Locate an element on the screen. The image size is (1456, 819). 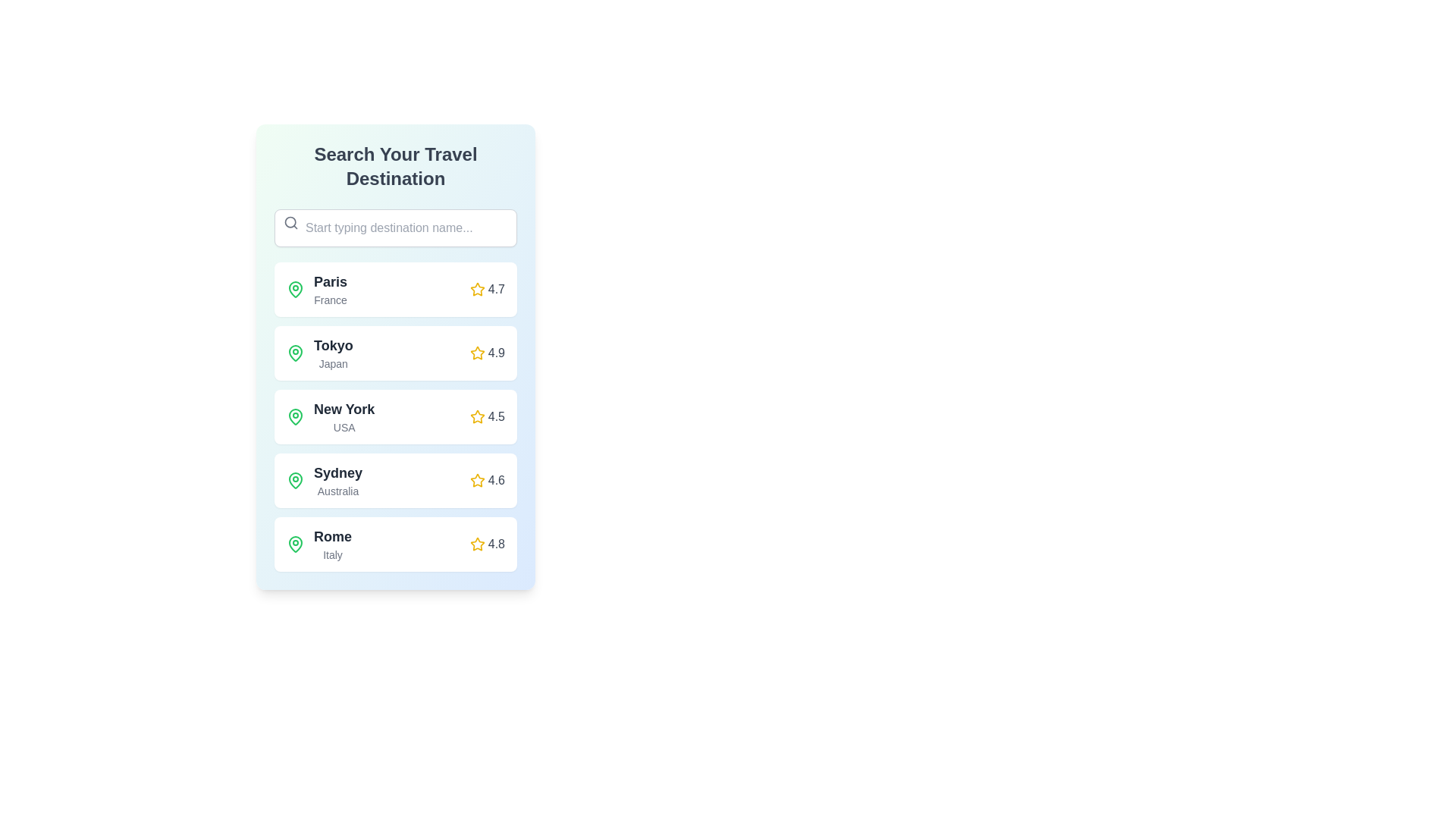
the travel destination list item featuring a green map pin icon, with the city name 'New York' in bold and the country name 'USA' underneath is located at coordinates (330, 417).